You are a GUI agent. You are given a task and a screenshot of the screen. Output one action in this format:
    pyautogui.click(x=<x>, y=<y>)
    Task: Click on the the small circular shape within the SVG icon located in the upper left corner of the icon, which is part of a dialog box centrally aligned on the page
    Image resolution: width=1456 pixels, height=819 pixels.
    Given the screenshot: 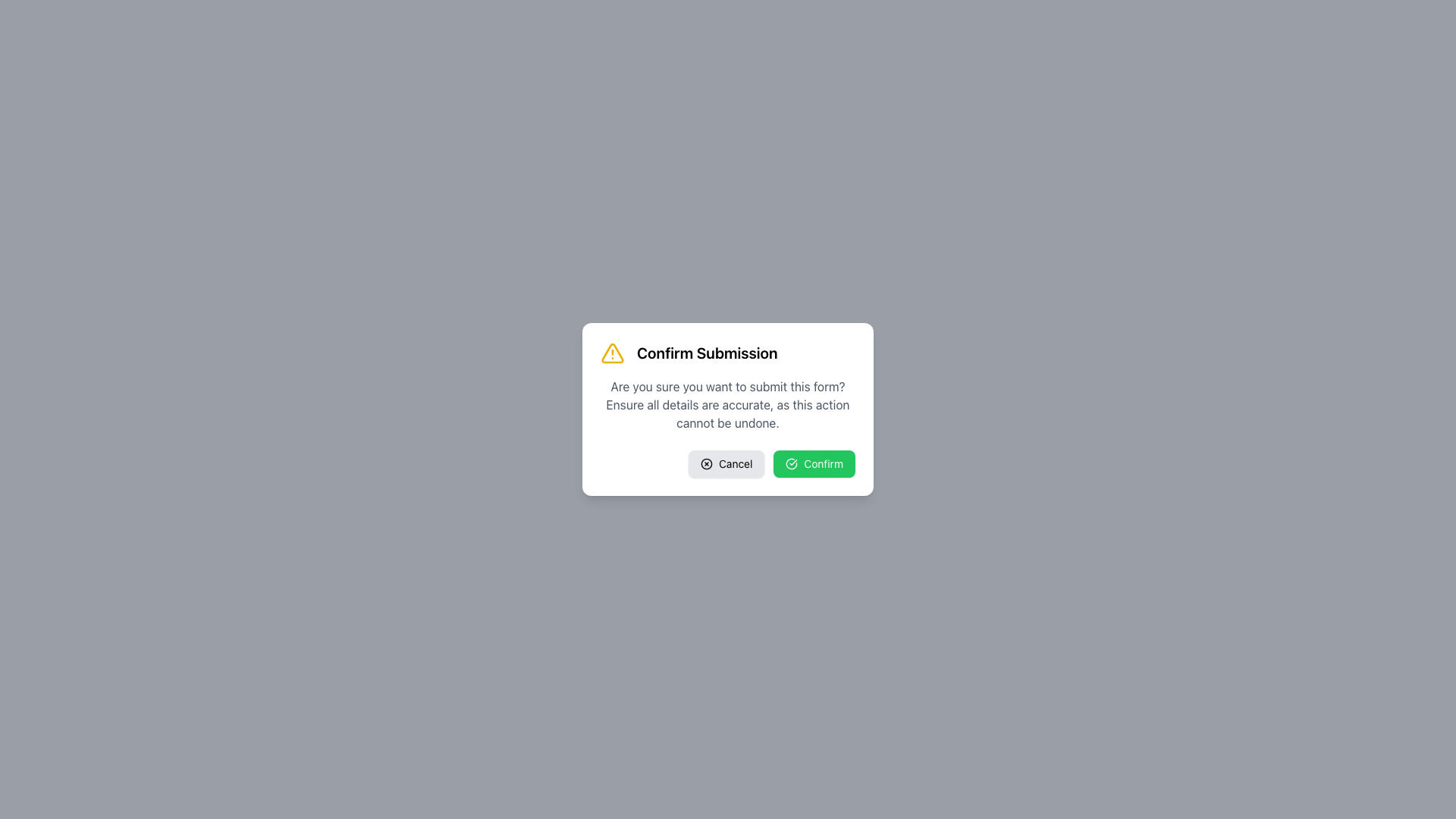 What is the action you would take?
    pyautogui.click(x=705, y=463)
    